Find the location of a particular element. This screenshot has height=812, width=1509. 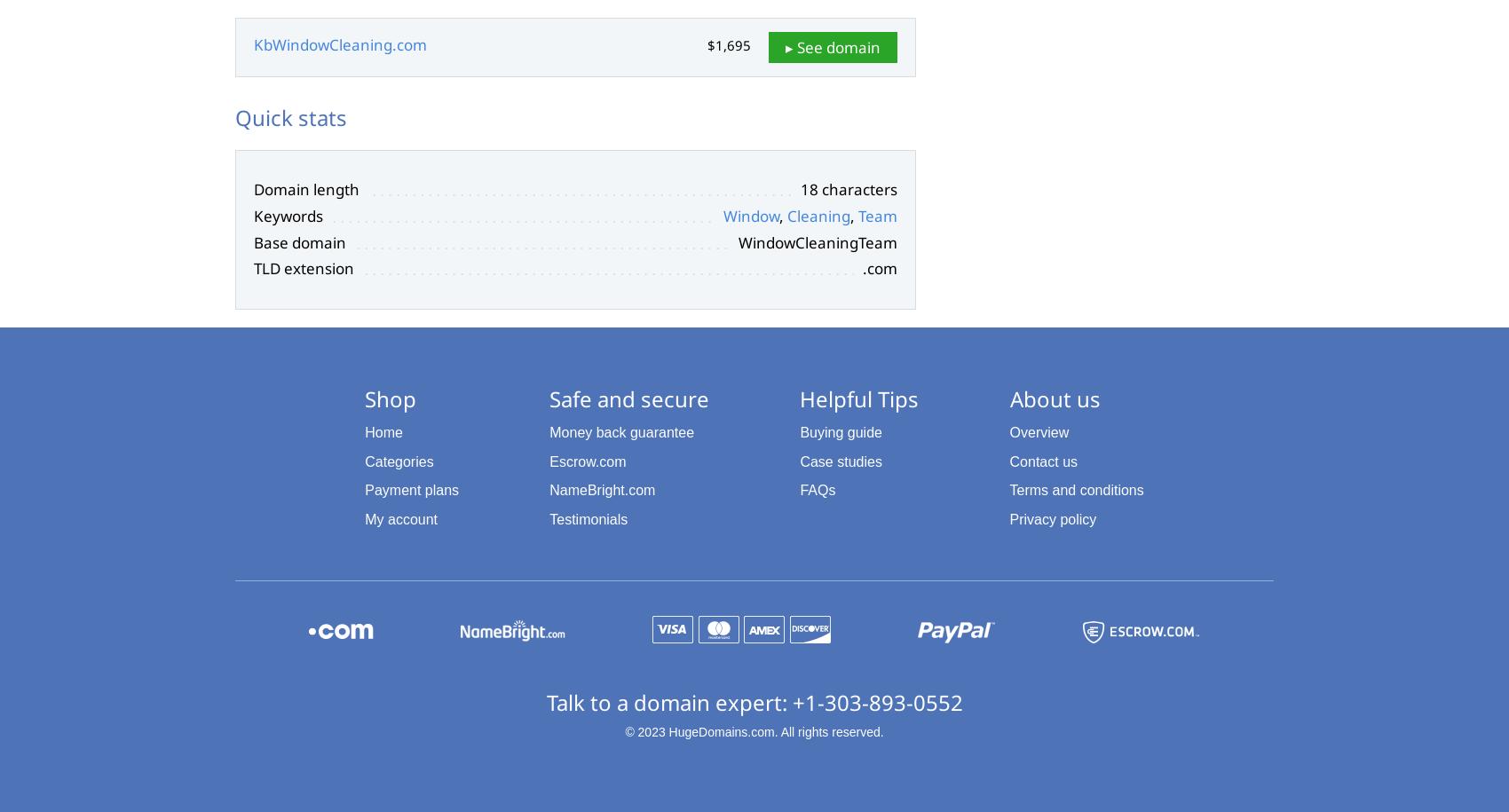

'NameBright.com' is located at coordinates (548, 490).